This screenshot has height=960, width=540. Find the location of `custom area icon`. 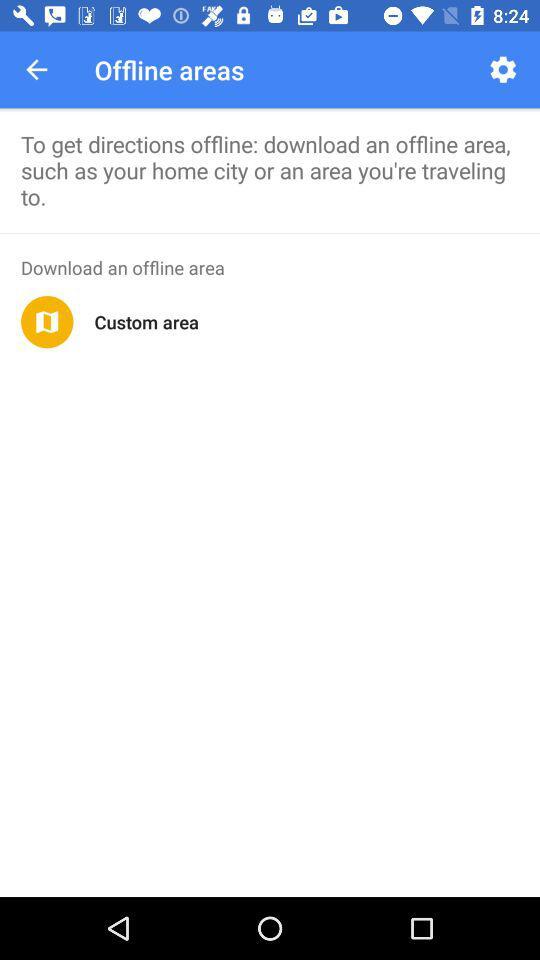

custom area icon is located at coordinates (145, 322).